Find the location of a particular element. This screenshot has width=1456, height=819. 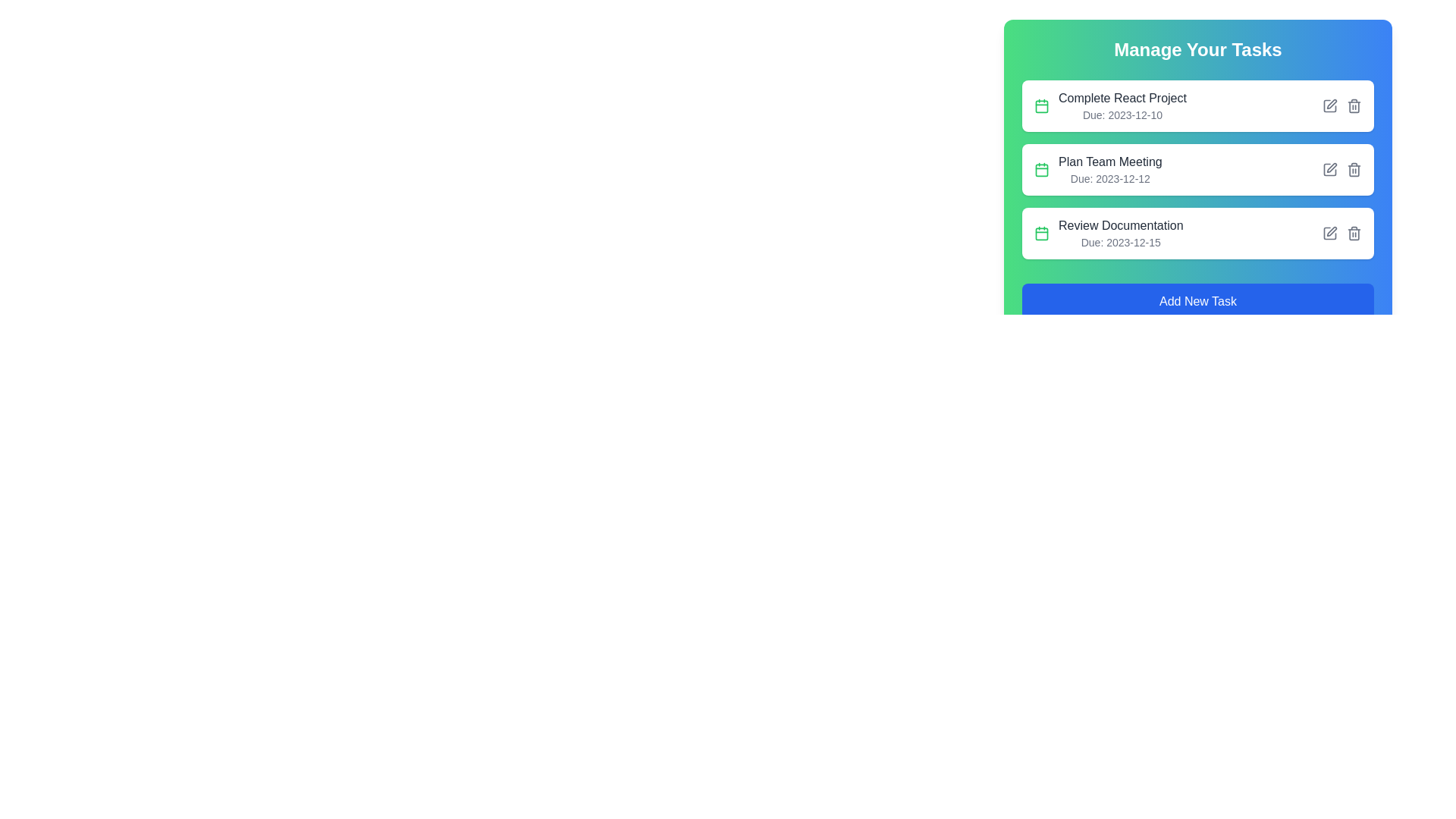

the task list item component representing the task 'Plan Team Meeting' which is located between 'Complete React Project' and 'Review Documentation' is located at coordinates (1197, 177).